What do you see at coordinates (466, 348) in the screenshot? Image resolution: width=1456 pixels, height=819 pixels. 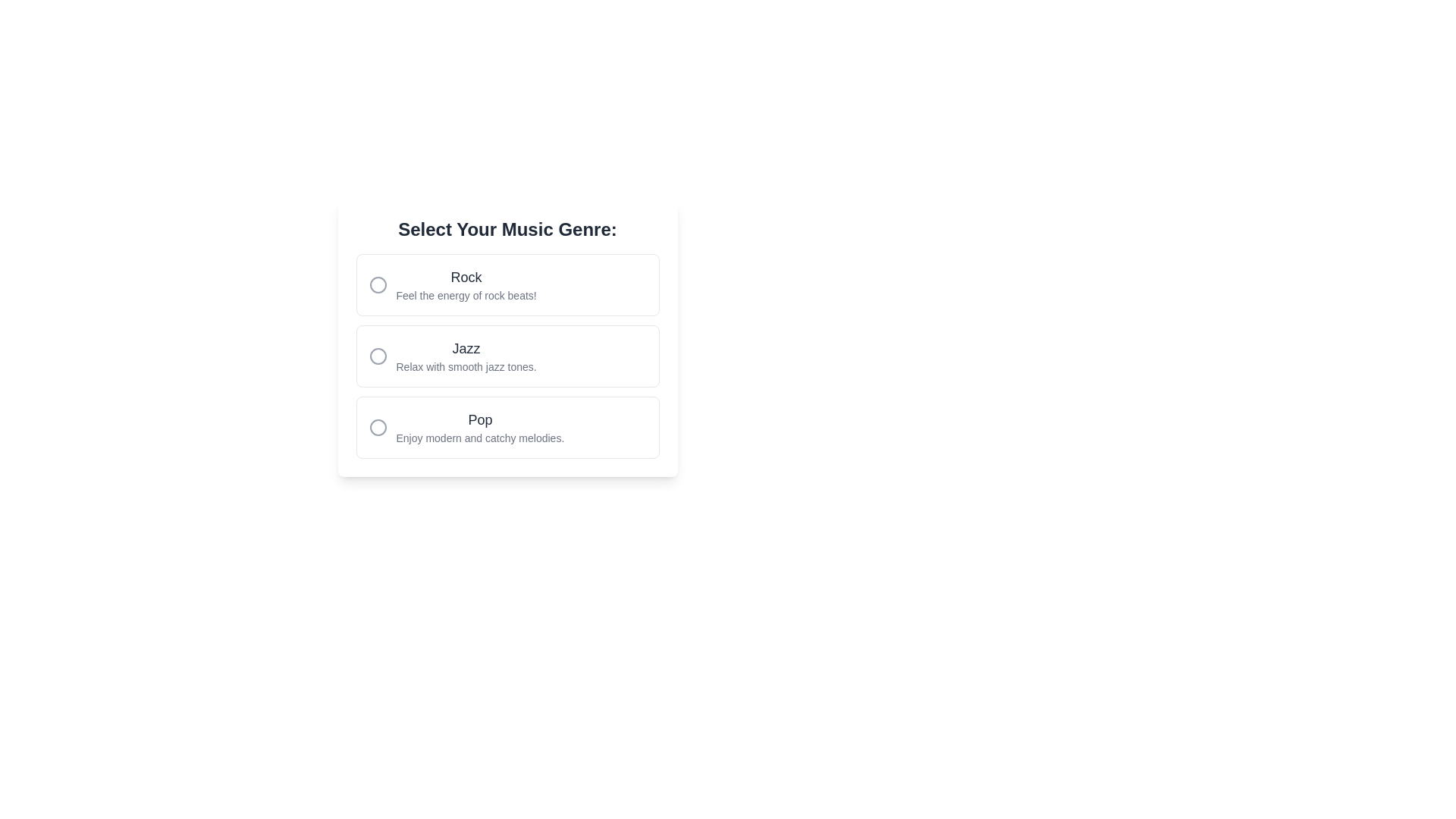 I see `the text label styled as a header with the word 'Jazz', which is bold and dark gray, located in the middle section of a vertical list under 'Select Your Music Genre'` at bounding box center [466, 348].